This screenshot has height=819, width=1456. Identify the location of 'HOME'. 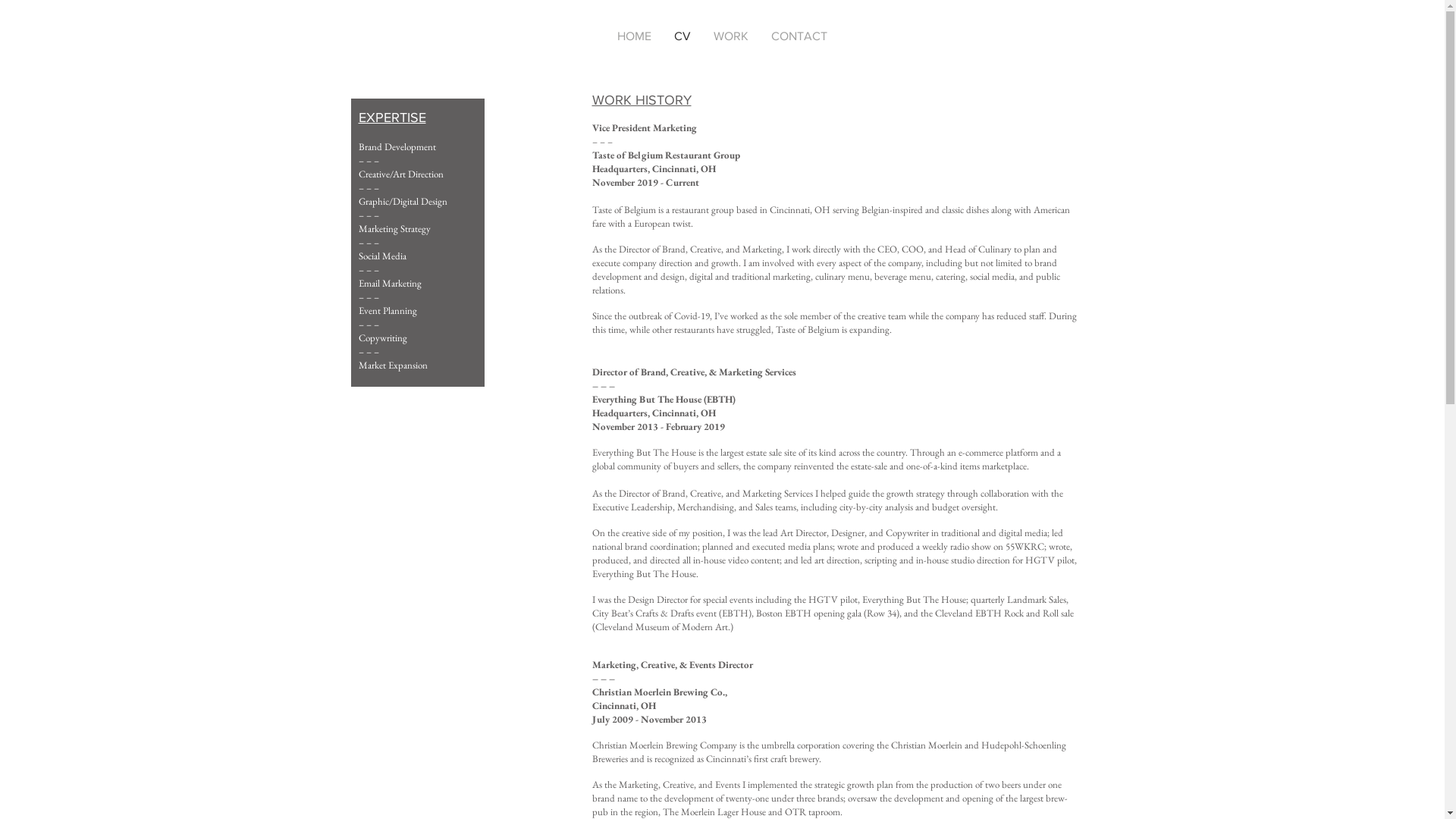
(634, 35).